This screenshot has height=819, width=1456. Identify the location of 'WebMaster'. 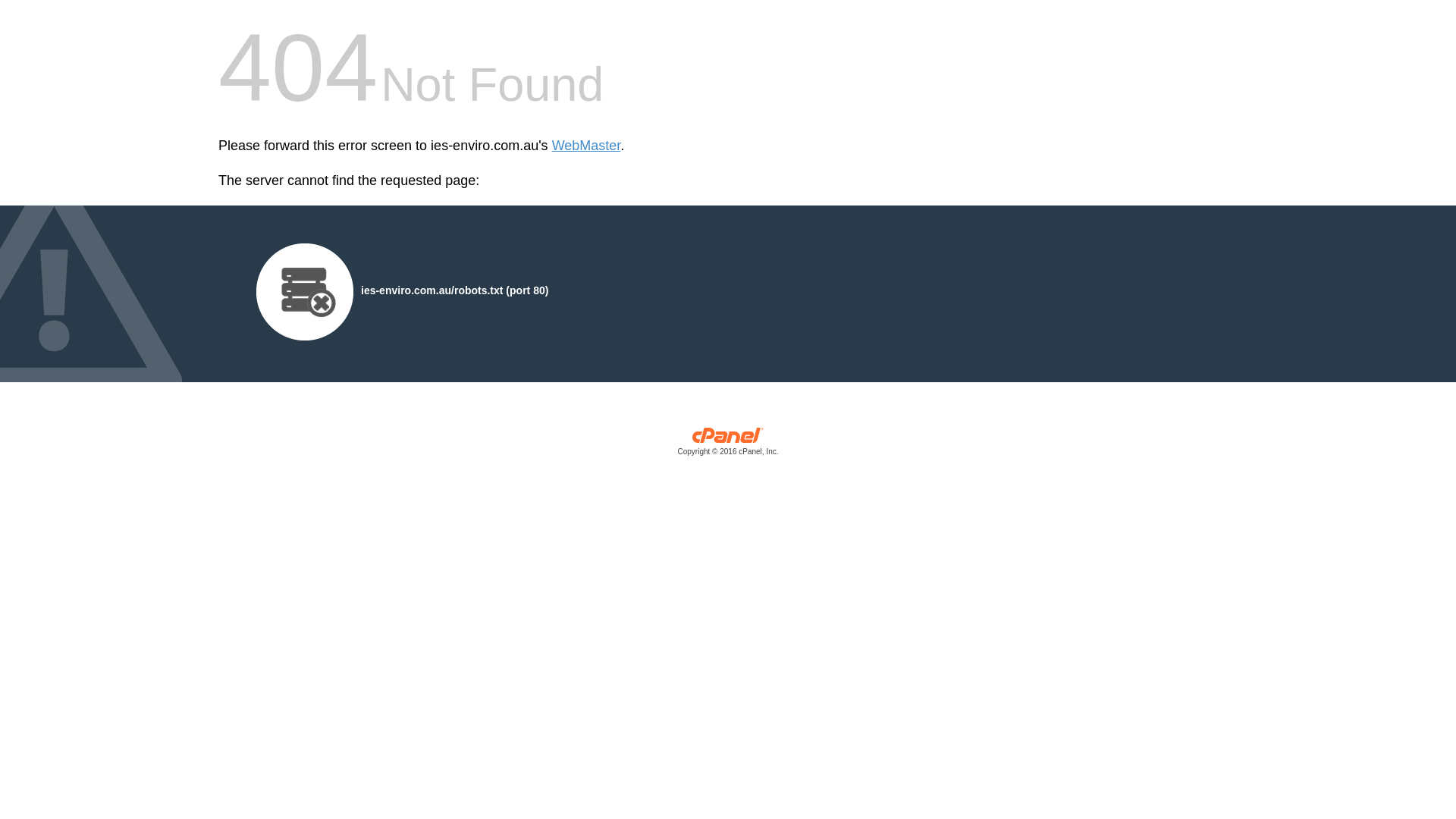
(585, 146).